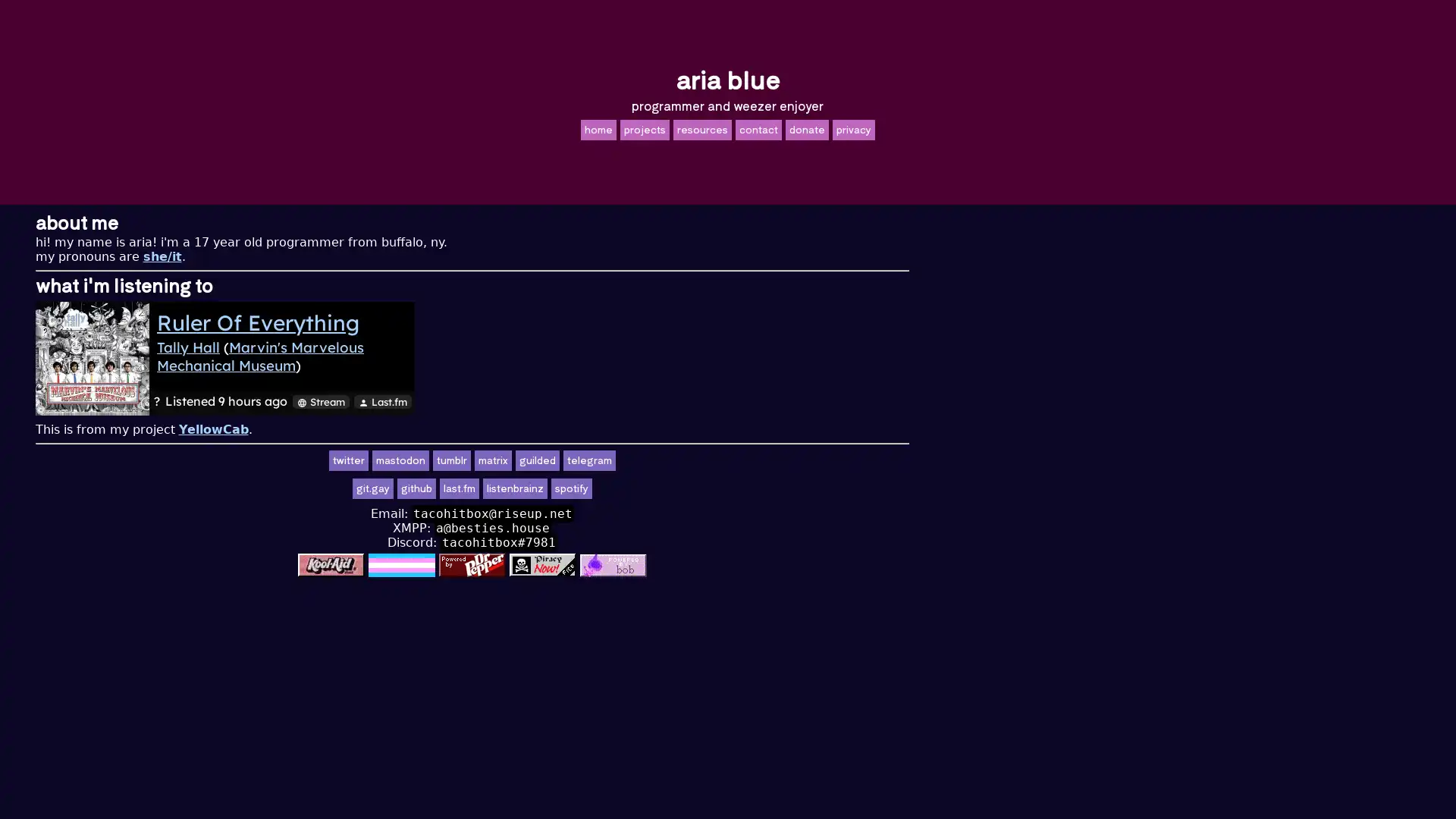  I want to click on matrix, so click(748, 460).